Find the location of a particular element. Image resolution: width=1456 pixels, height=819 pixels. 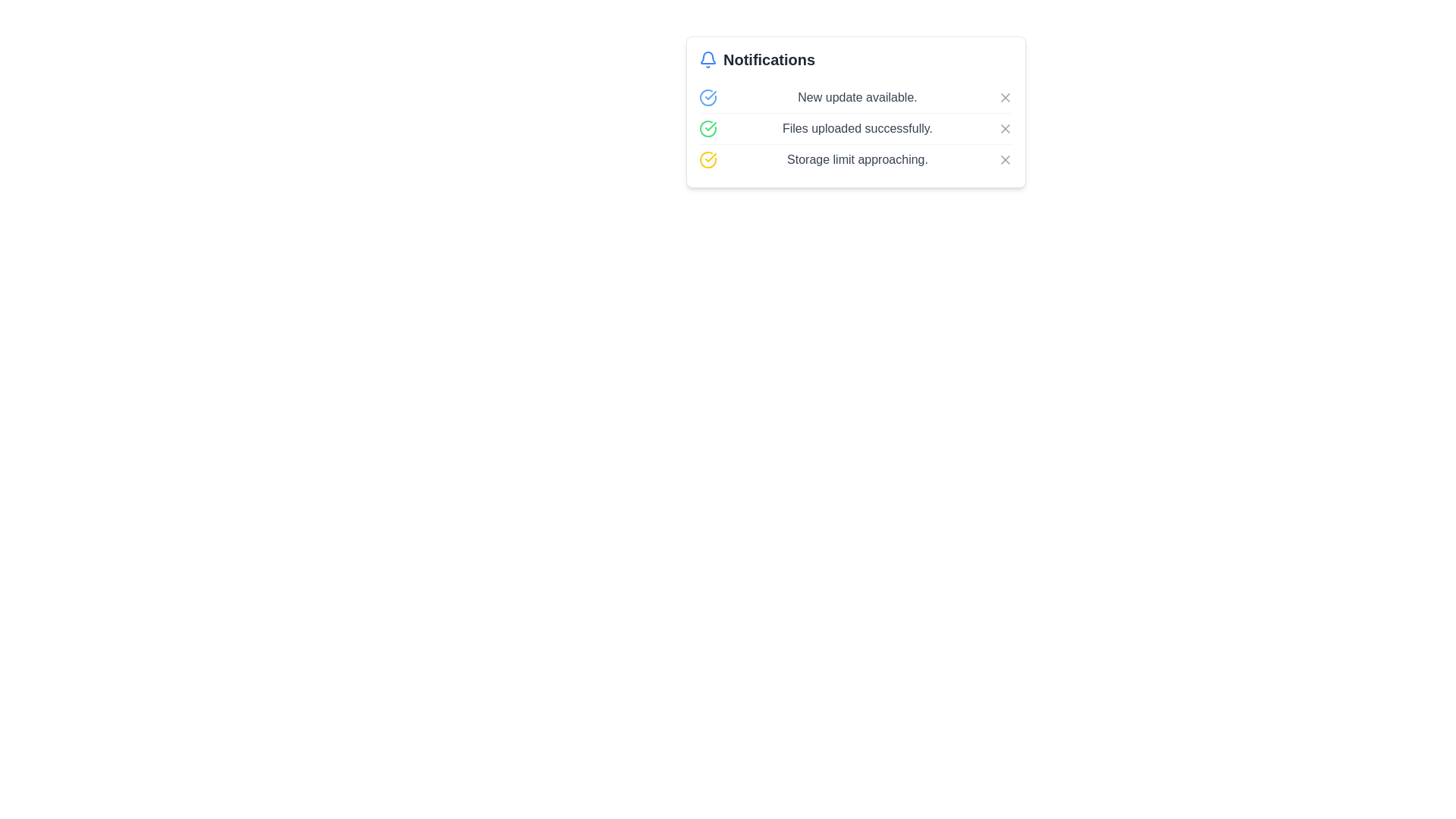

the small close button represented by an 'X' icon, located next to the 'New update available.' message in the notifications list is located at coordinates (1005, 97).